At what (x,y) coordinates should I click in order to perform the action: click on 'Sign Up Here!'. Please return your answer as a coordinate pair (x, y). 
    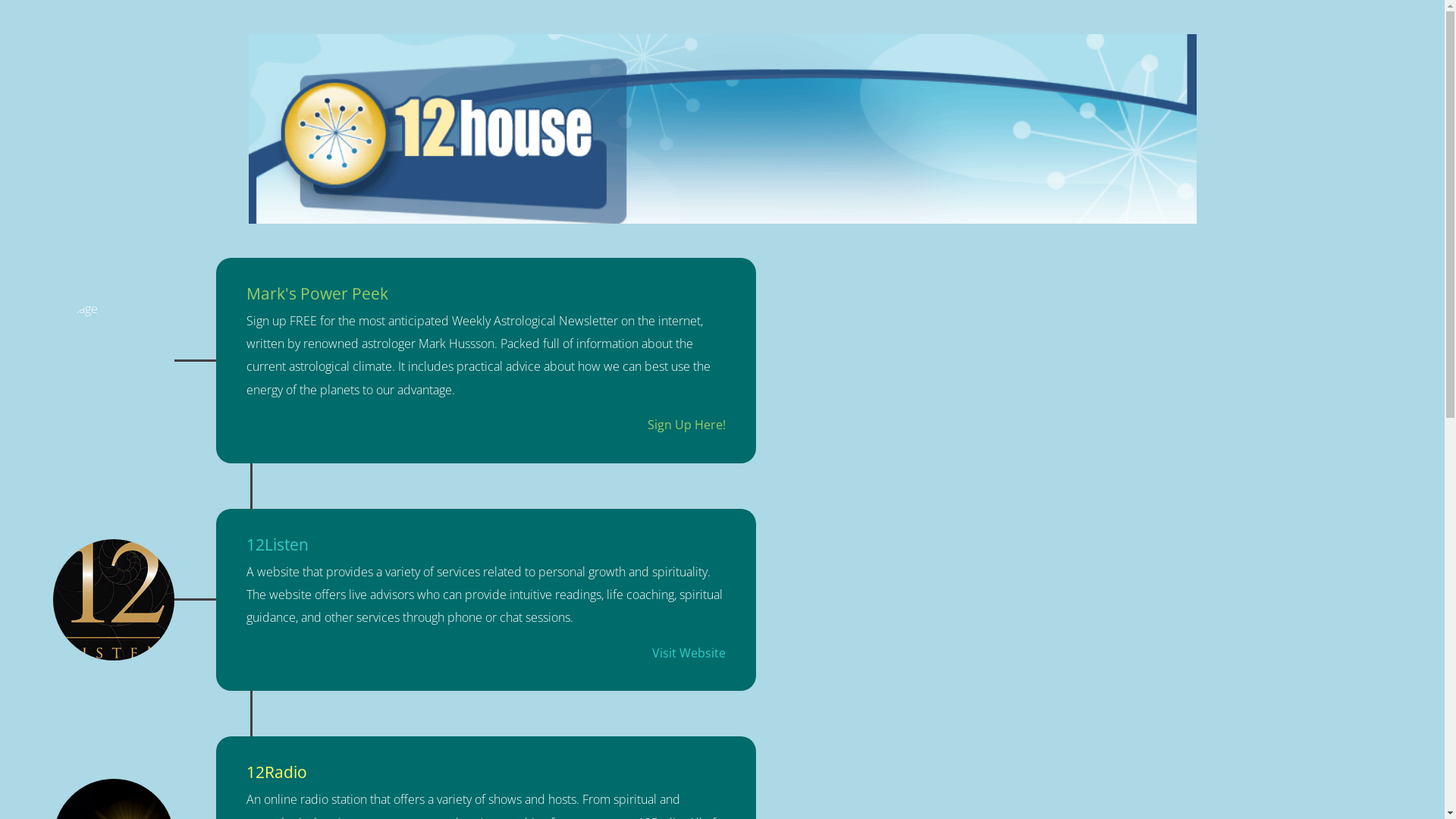
    Looking at the image, I should click on (686, 424).